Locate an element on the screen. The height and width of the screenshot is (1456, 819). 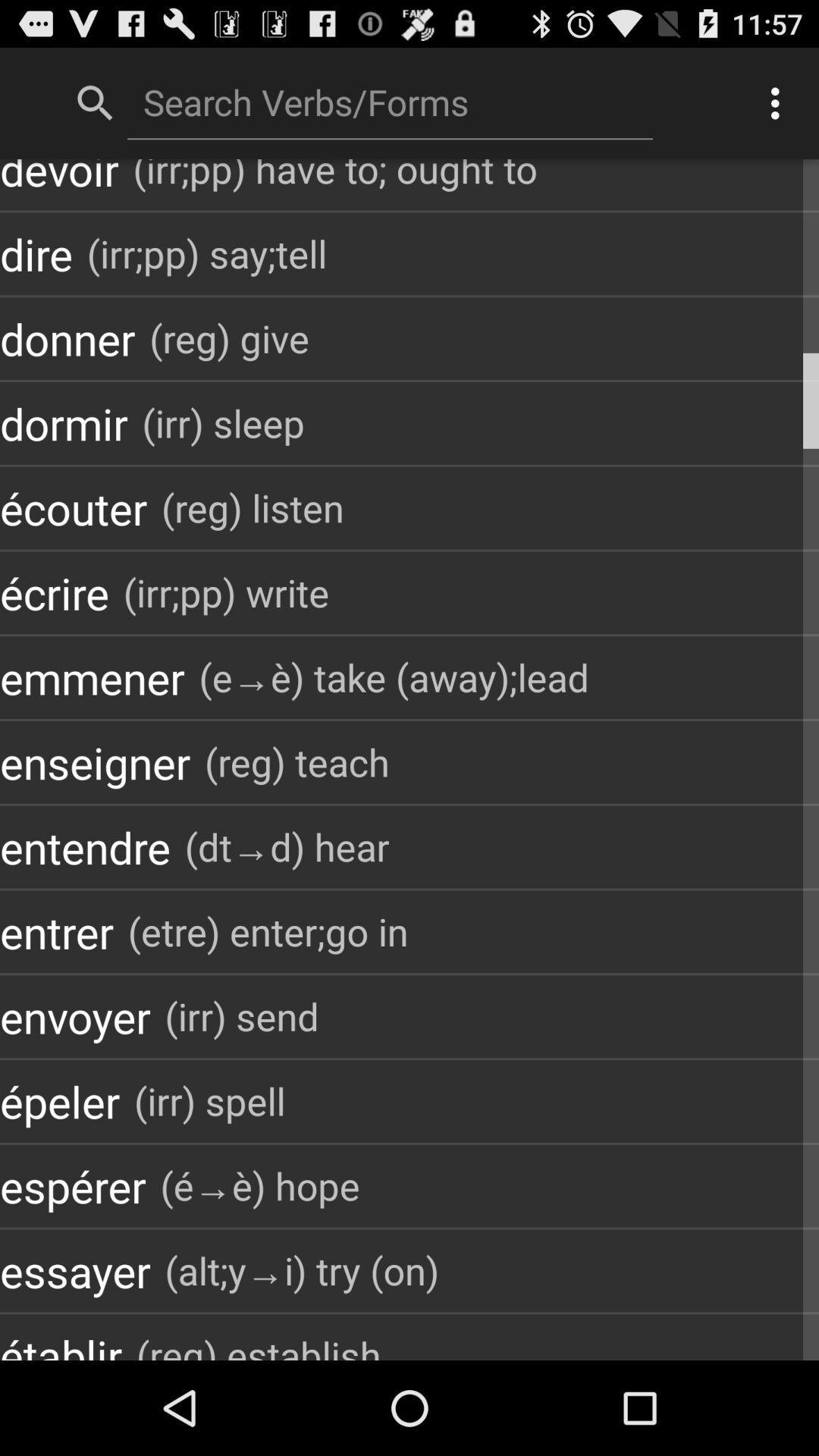
icon to the left of (reg) teach icon is located at coordinates (95, 762).